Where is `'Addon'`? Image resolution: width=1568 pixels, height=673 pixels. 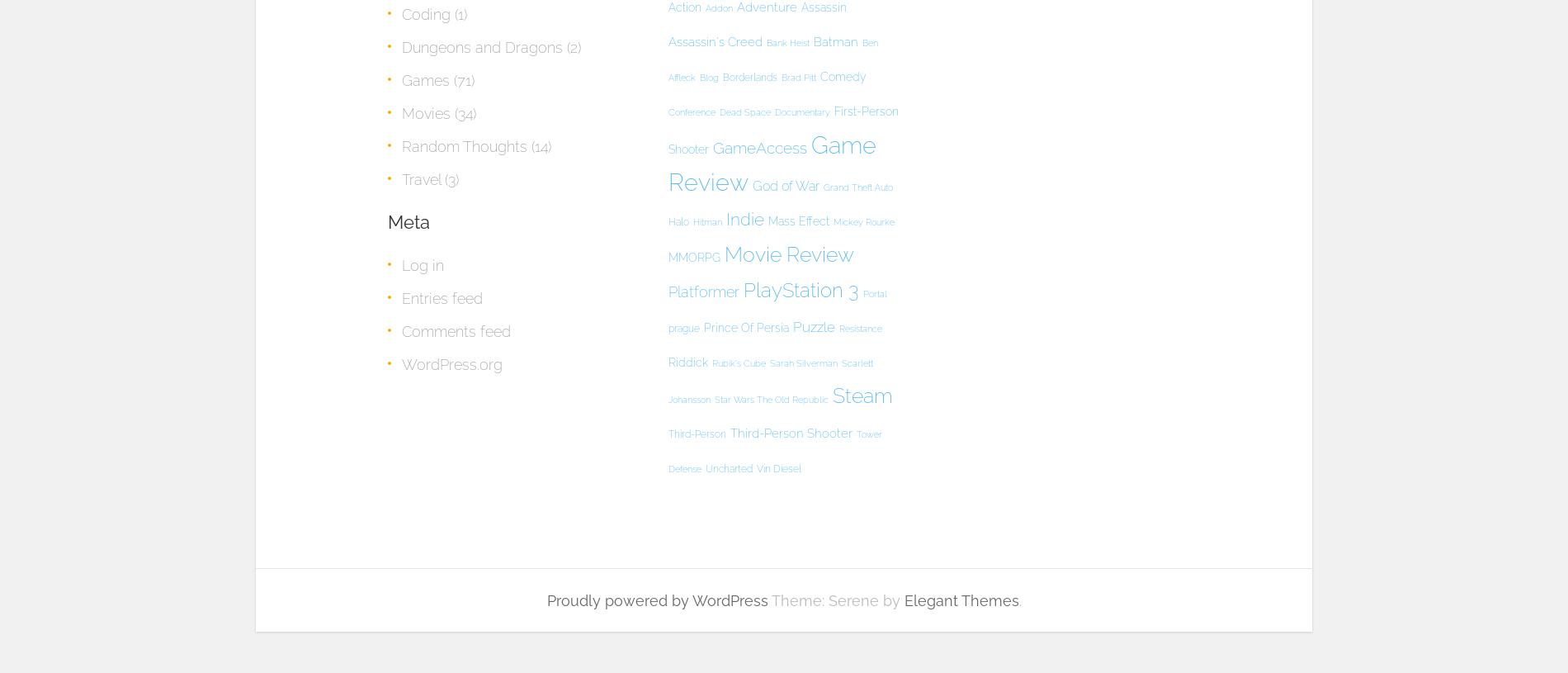
'Addon' is located at coordinates (718, 7).